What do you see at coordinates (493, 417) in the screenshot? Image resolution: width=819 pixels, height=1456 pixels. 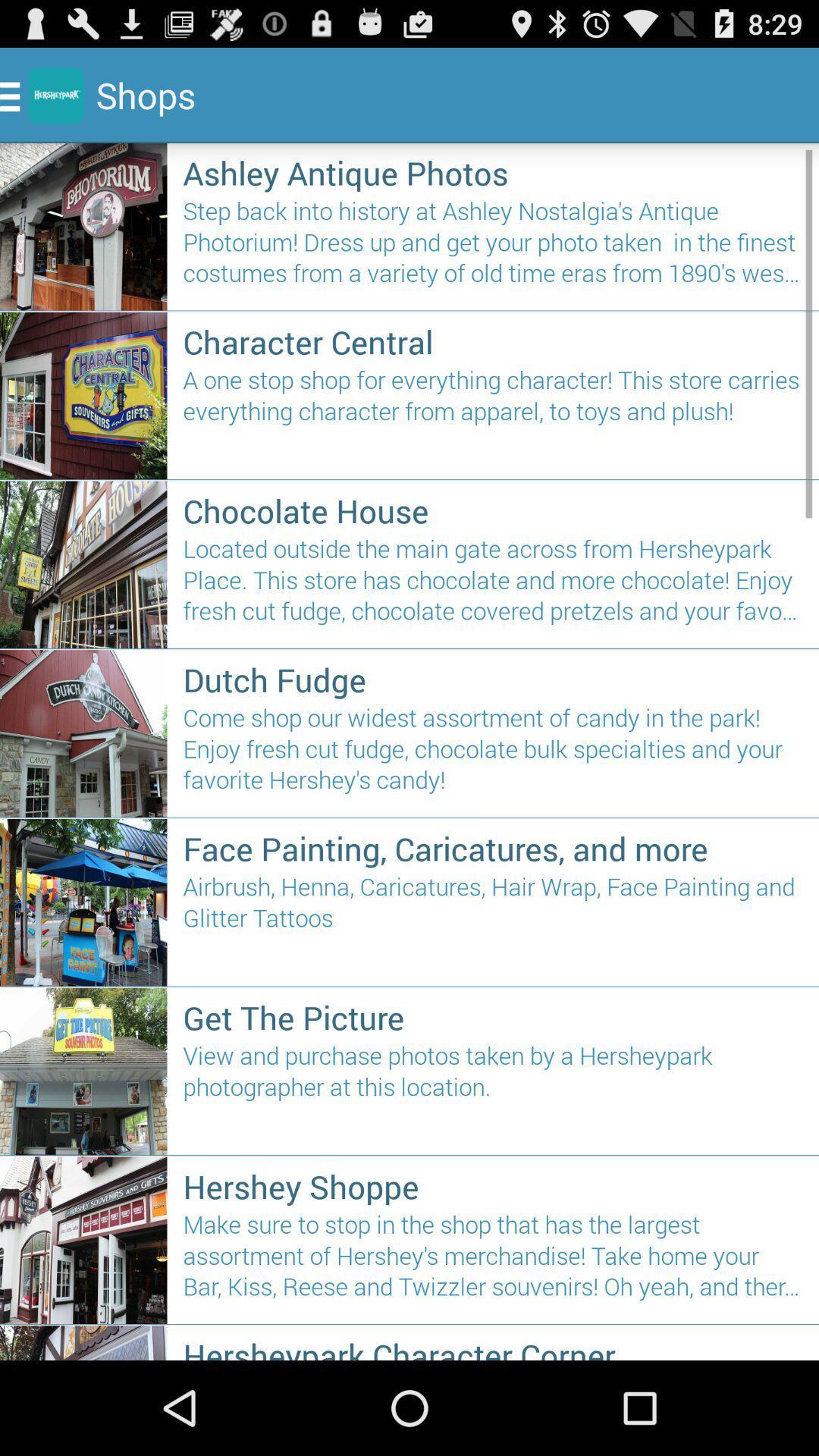 I see `a one stop` at bounding box center [493, 417].